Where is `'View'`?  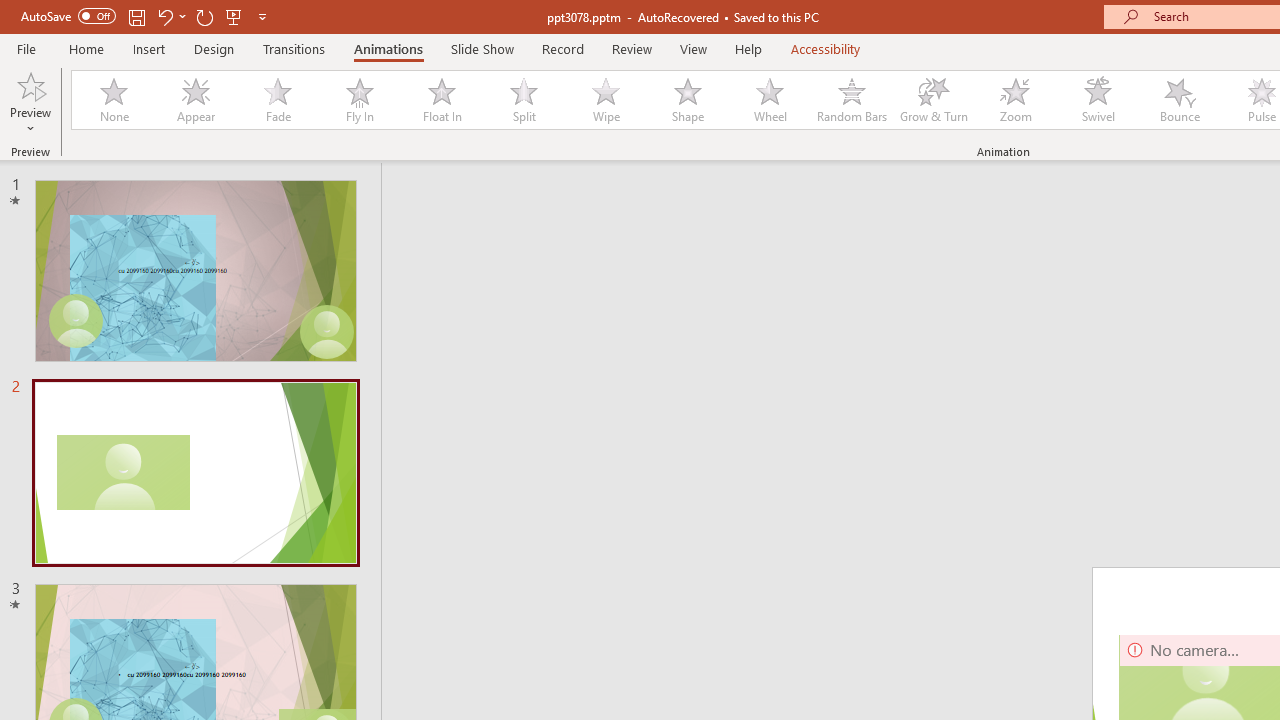
'View' is located at coordinates (693, 48).